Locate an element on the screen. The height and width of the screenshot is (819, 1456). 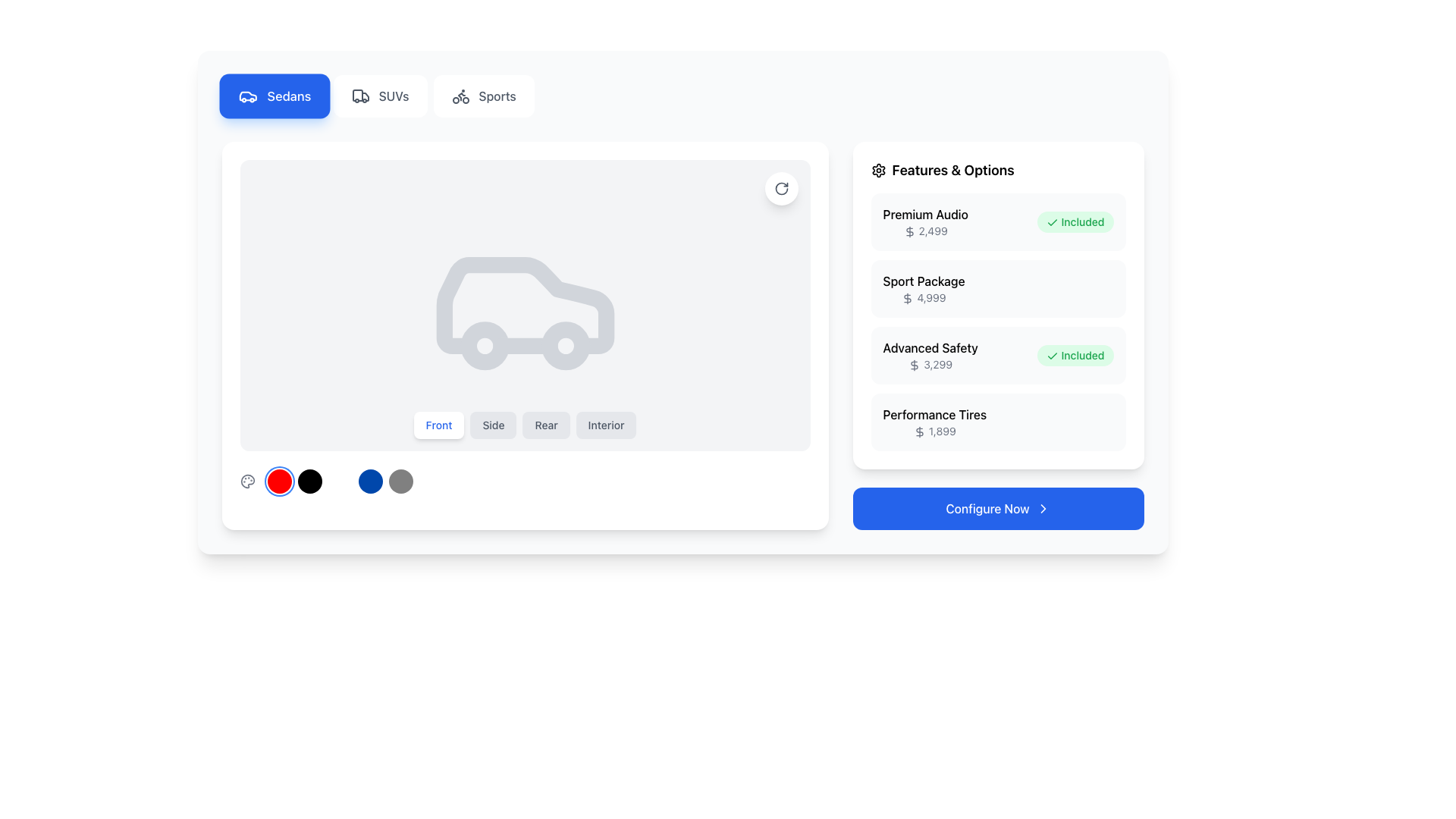
the small, green checkmark icon located within the 'Included' badge in the 'Features & Options' section, adjacent to the 'Premium Audio' option is located at coordinates (1051, 223).